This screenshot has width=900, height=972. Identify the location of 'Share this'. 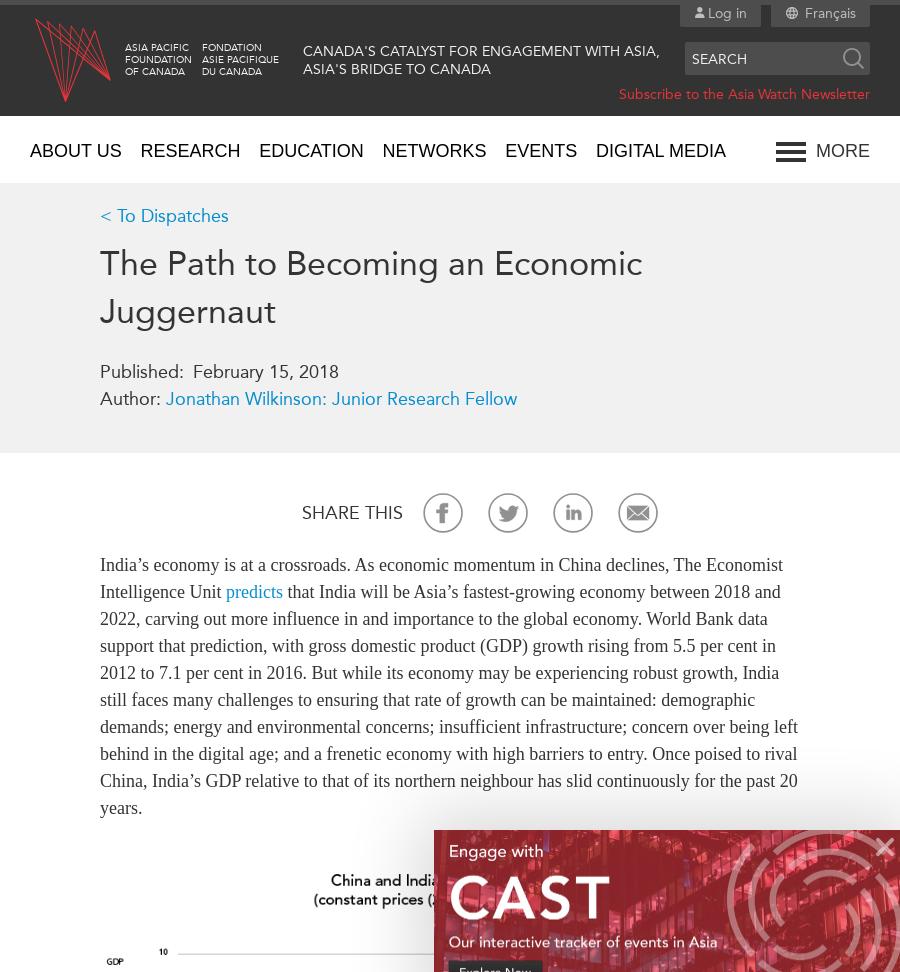
(352, 513).